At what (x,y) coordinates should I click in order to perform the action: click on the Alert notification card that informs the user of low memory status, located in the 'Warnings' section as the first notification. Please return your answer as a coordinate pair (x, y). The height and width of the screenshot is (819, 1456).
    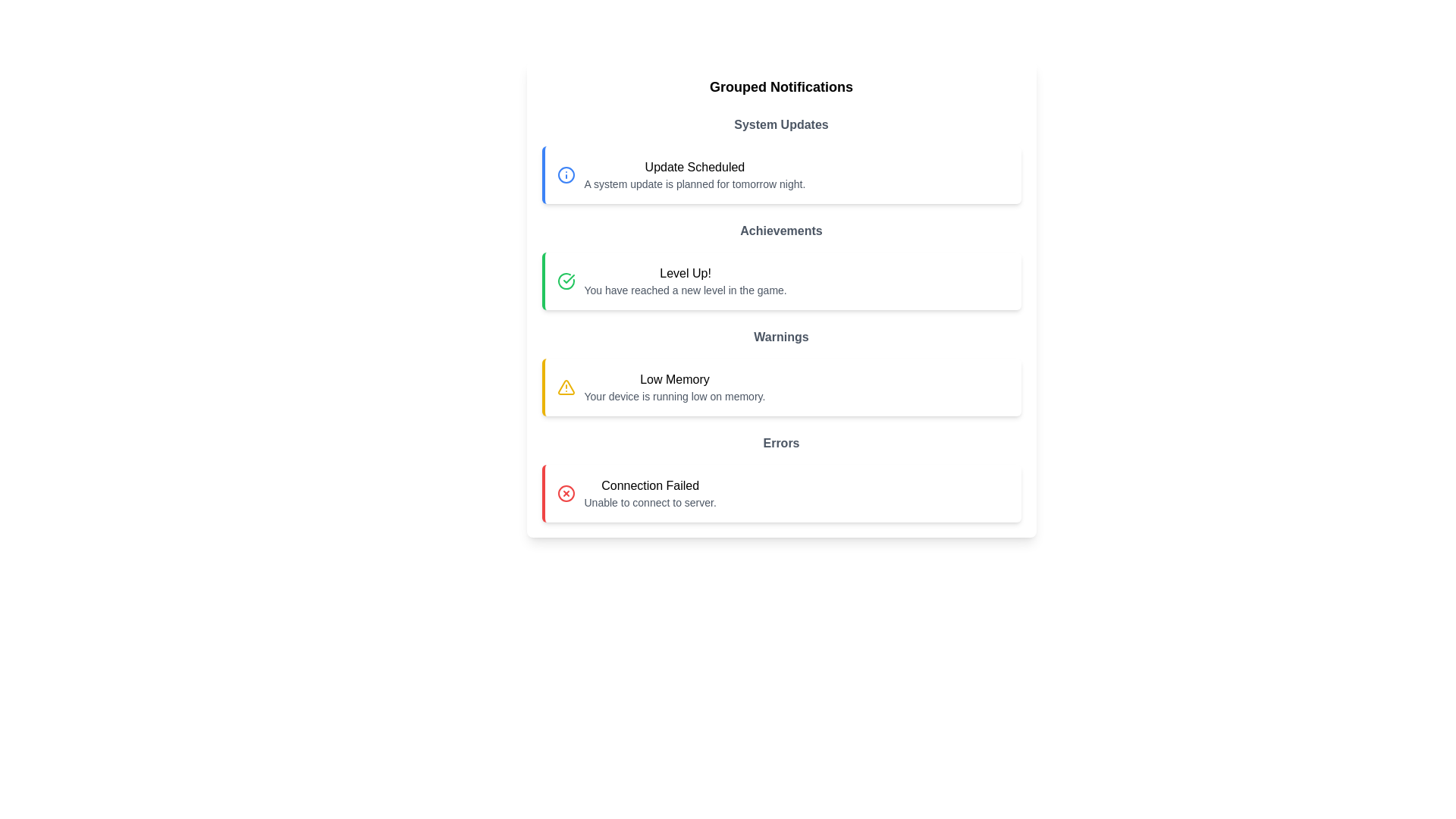
    Looking at the image, I should click on (781, 386).